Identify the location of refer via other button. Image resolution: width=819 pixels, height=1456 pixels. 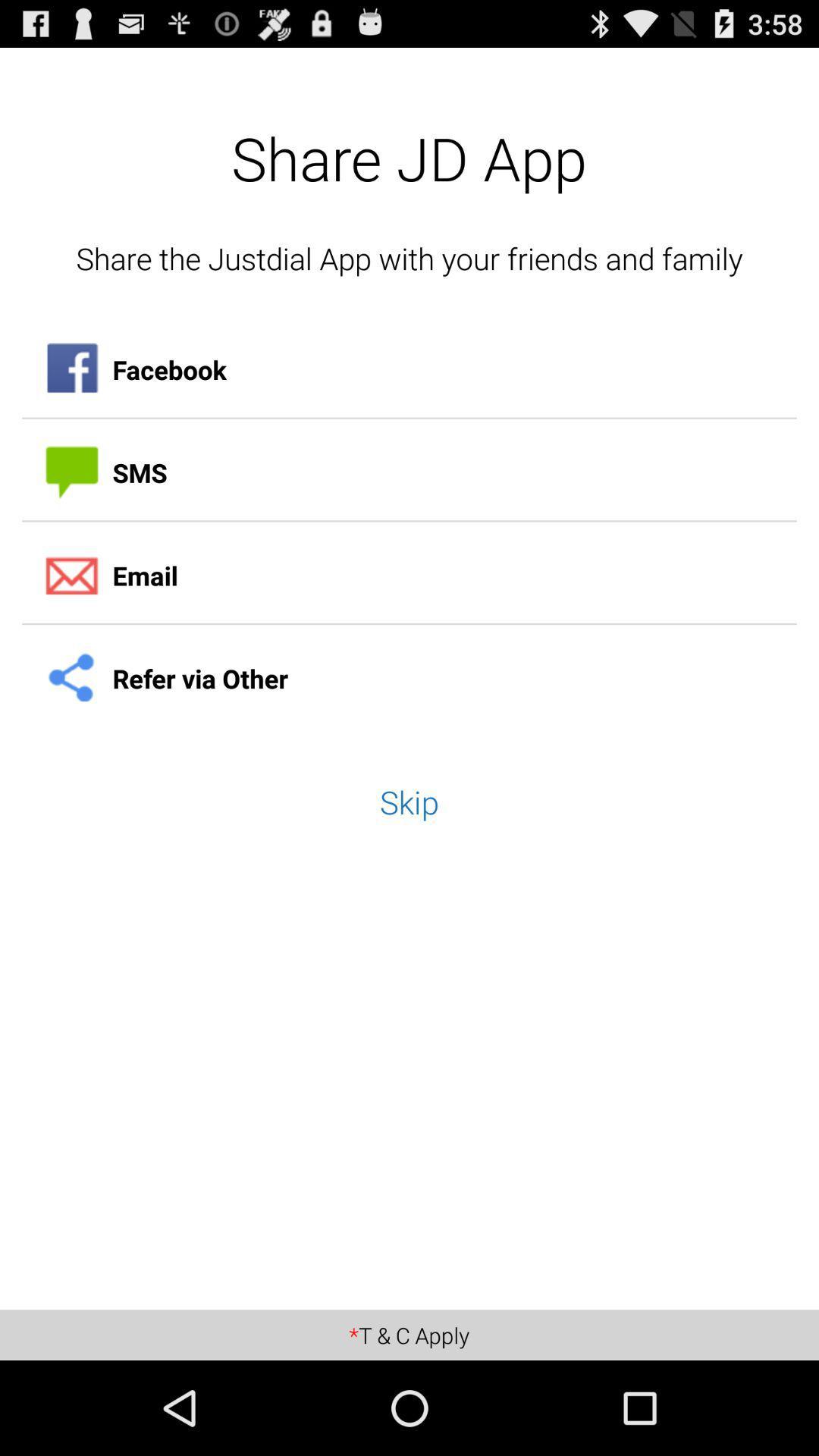
(409, 678).